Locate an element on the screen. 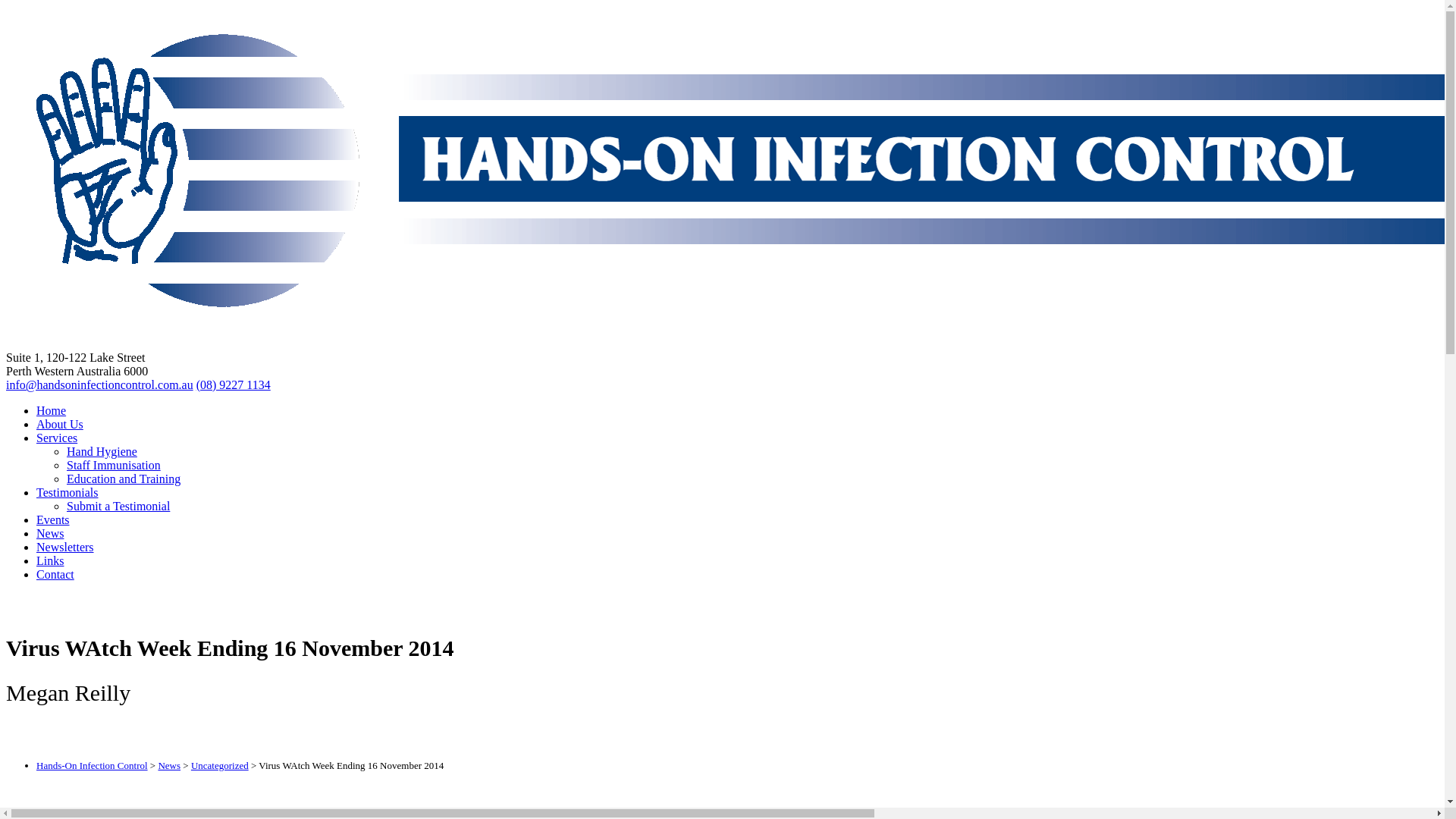 This screenshot has height=819, width=1456. 'Links' is located at coordinates (50, 560).